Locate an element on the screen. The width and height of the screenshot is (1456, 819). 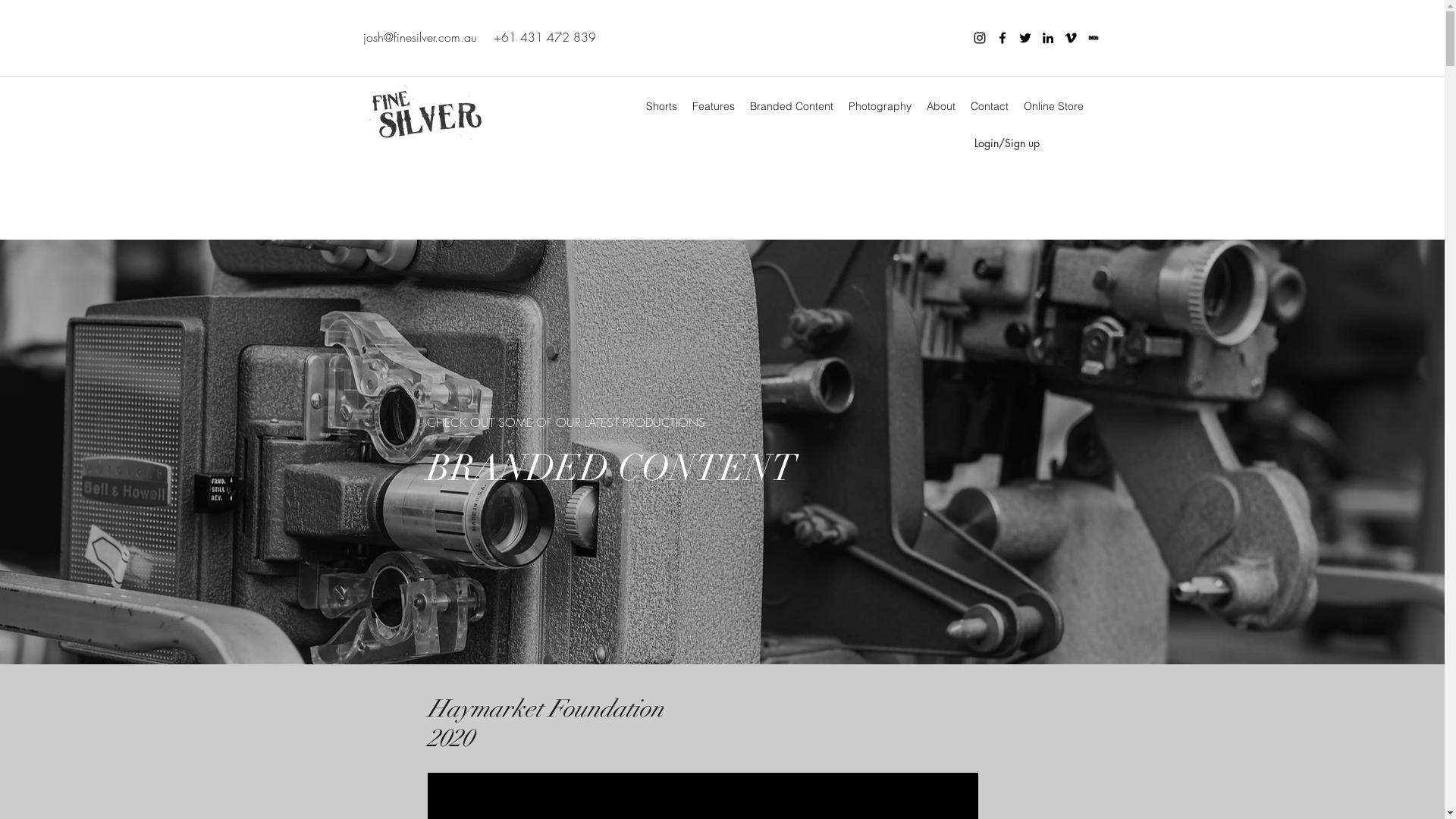
'Contact' is located at coordinates (990, 105).